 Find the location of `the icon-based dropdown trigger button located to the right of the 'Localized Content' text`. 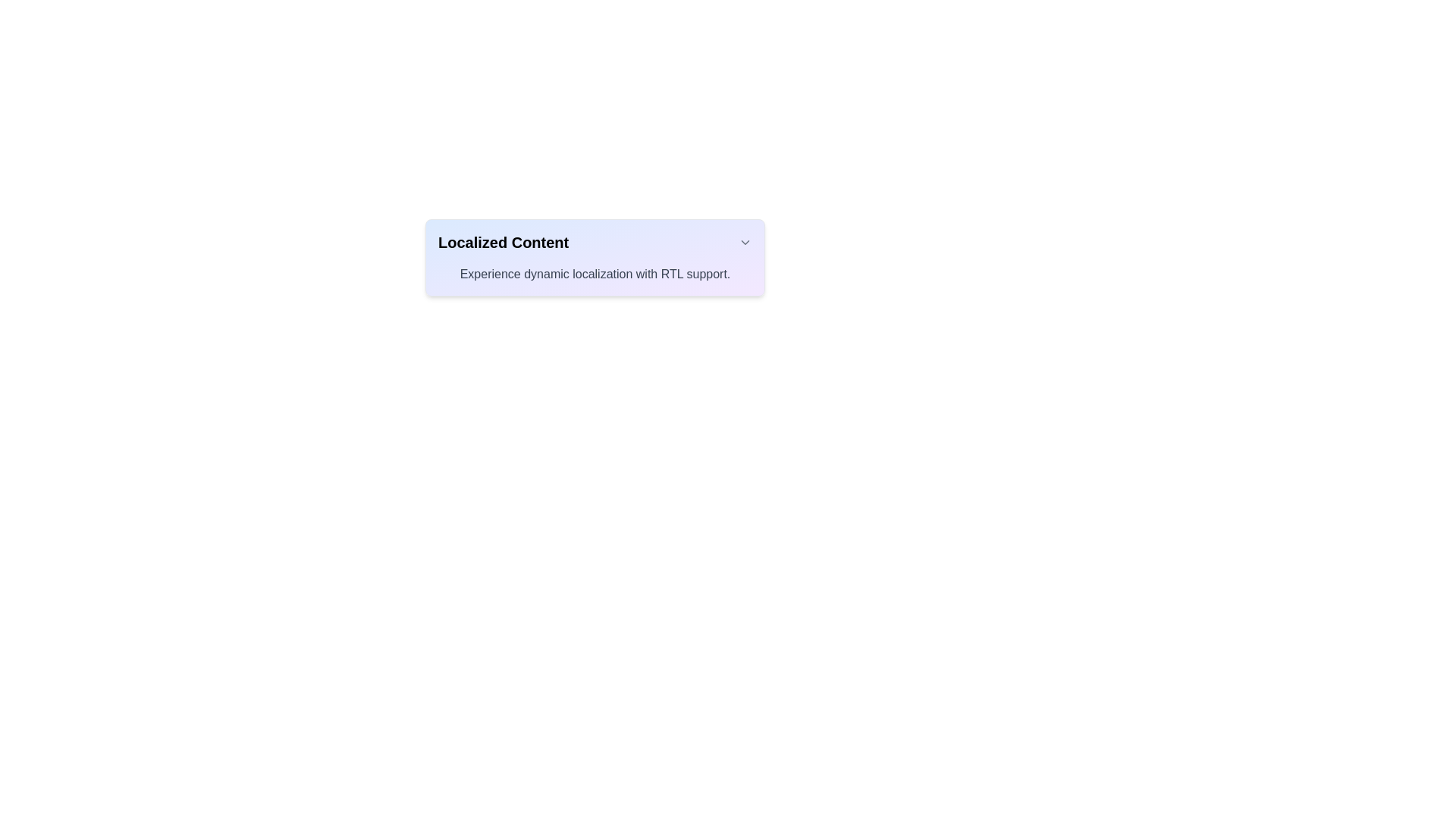

the icon-based dropdown trigger button located to the right of the 'Localized Content' text is located at coordinates (745, 242).